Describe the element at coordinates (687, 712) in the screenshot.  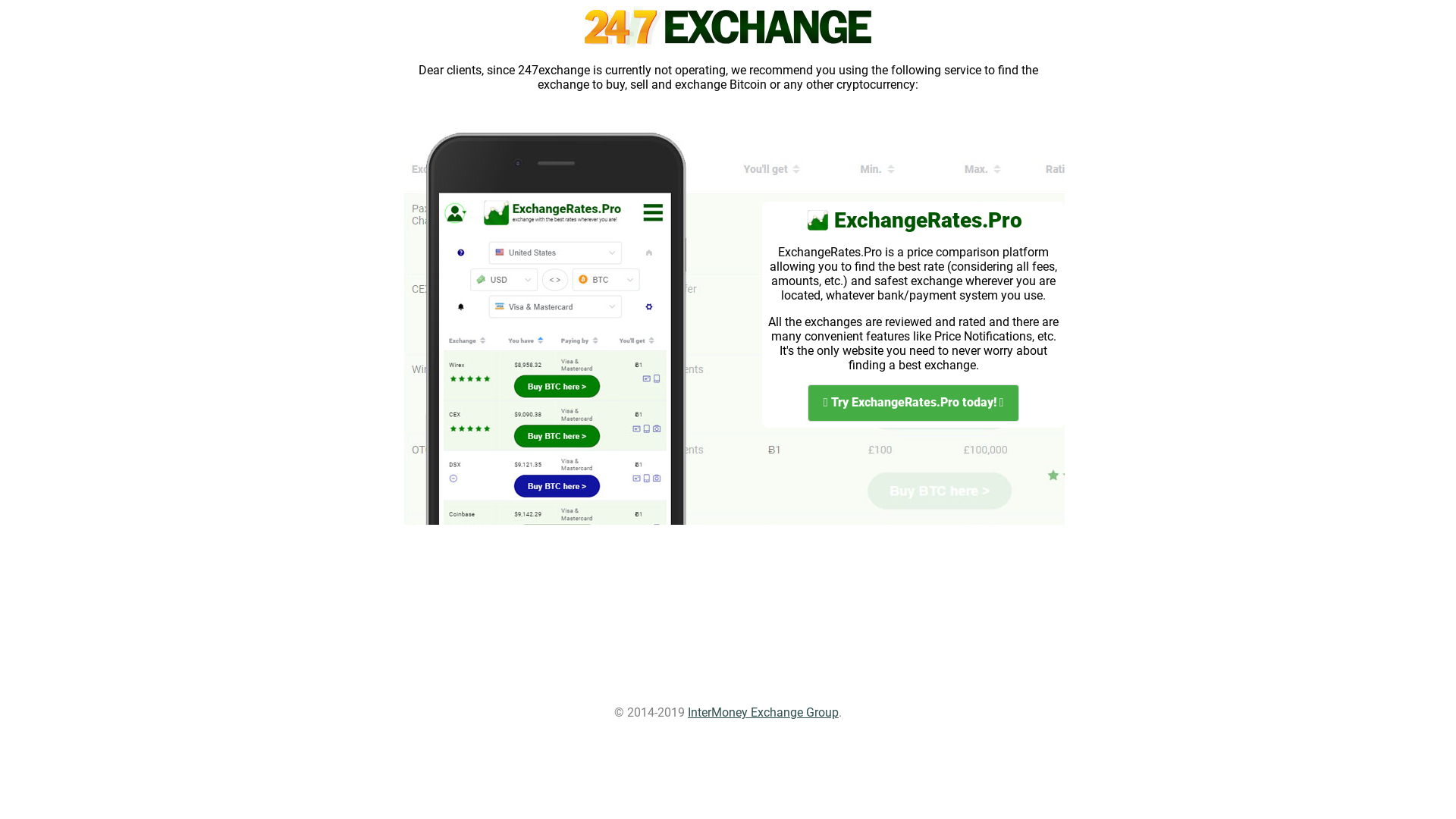
I see `'InterMoney Exchange Group'` at that location.